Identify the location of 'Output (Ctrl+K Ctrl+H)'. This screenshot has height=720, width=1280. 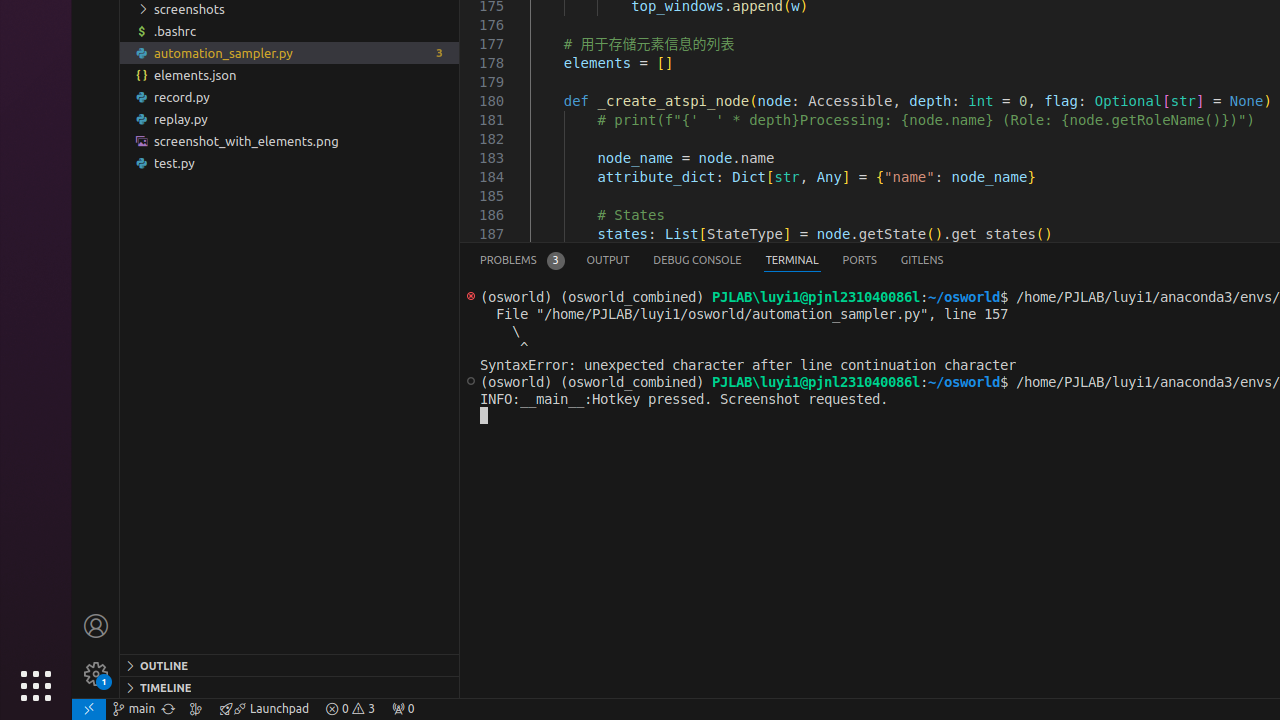
(607, 259).